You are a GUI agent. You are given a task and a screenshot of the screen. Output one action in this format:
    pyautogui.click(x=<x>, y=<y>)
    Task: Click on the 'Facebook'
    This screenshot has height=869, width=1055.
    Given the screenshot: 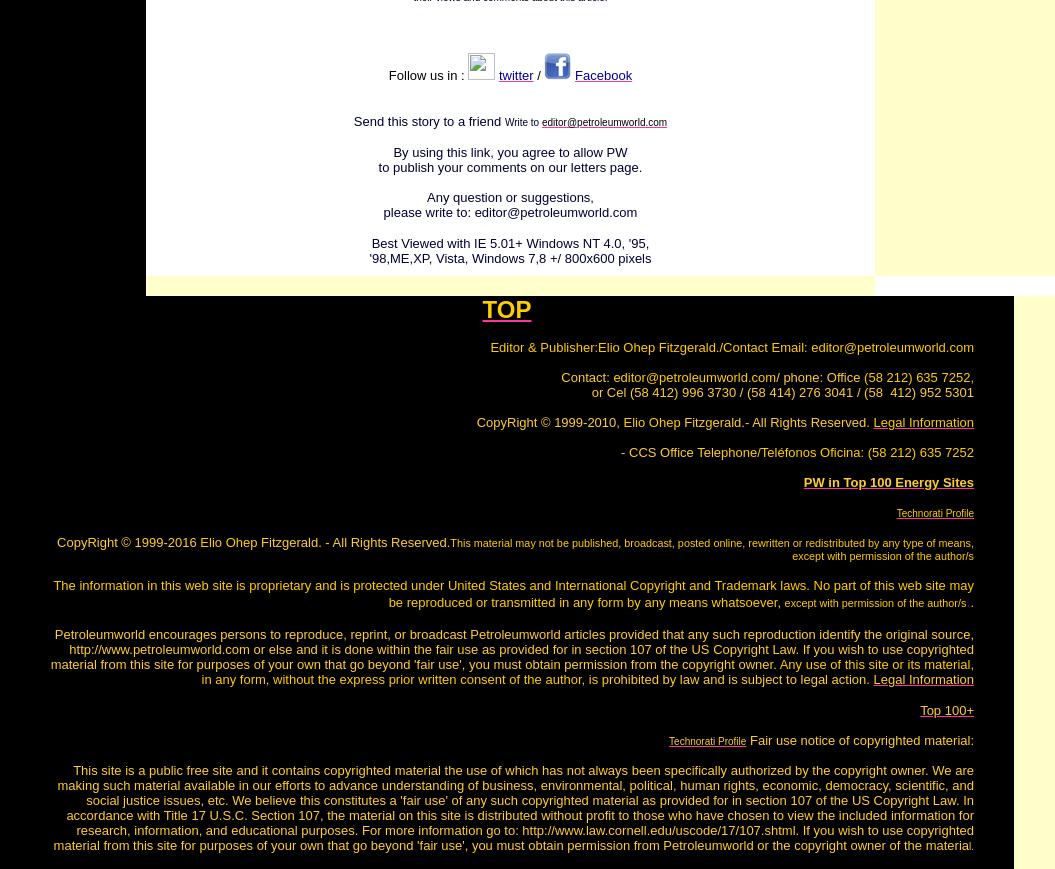 What is the action you would take?
    pyautogui.click(x=573, y=74)
    